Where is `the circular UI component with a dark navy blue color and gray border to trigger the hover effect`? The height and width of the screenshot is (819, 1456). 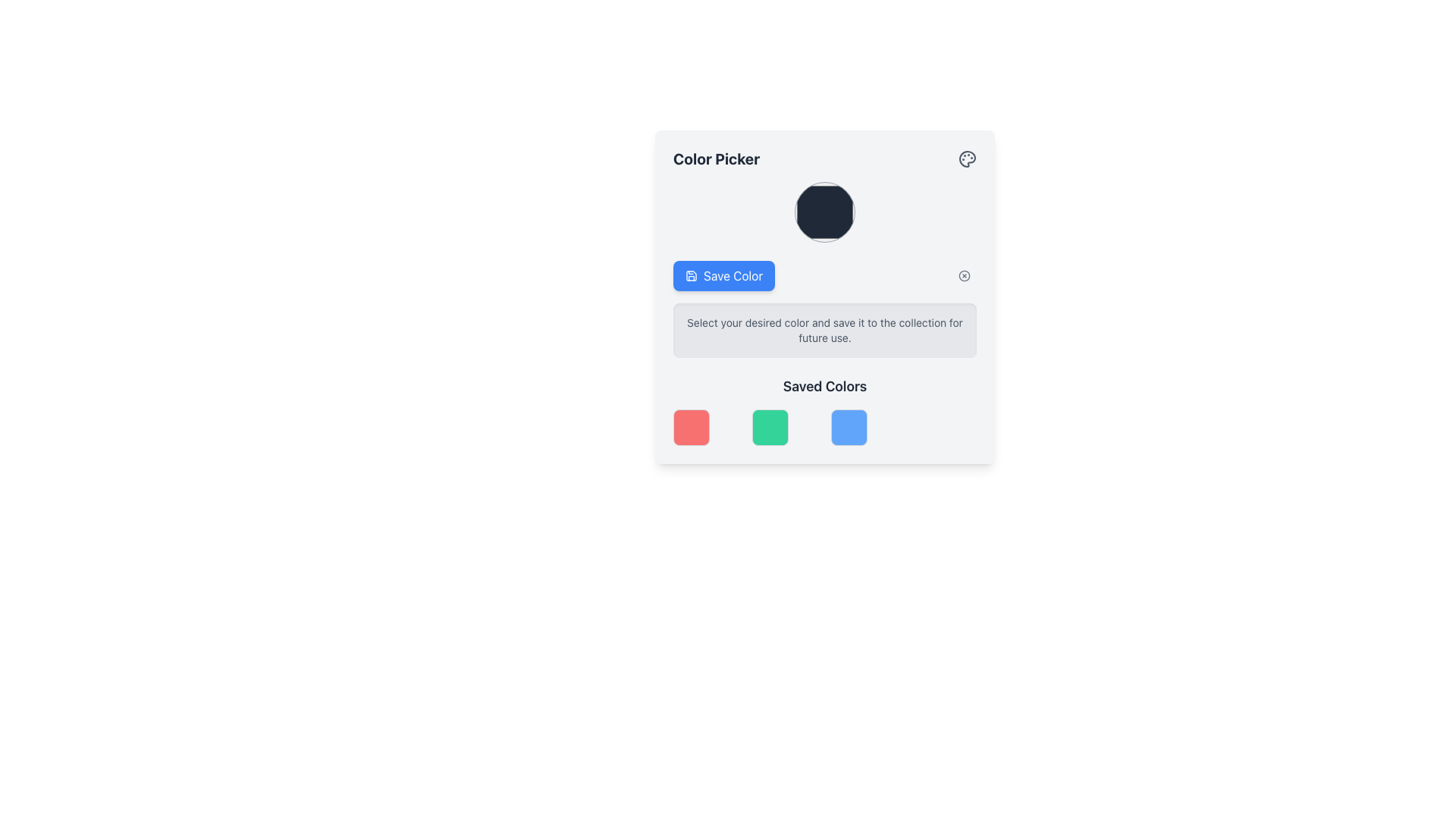 the circular UI component with a dark navy blue color and gray border to trigger the hover effect is located at coordinates (824, 212).